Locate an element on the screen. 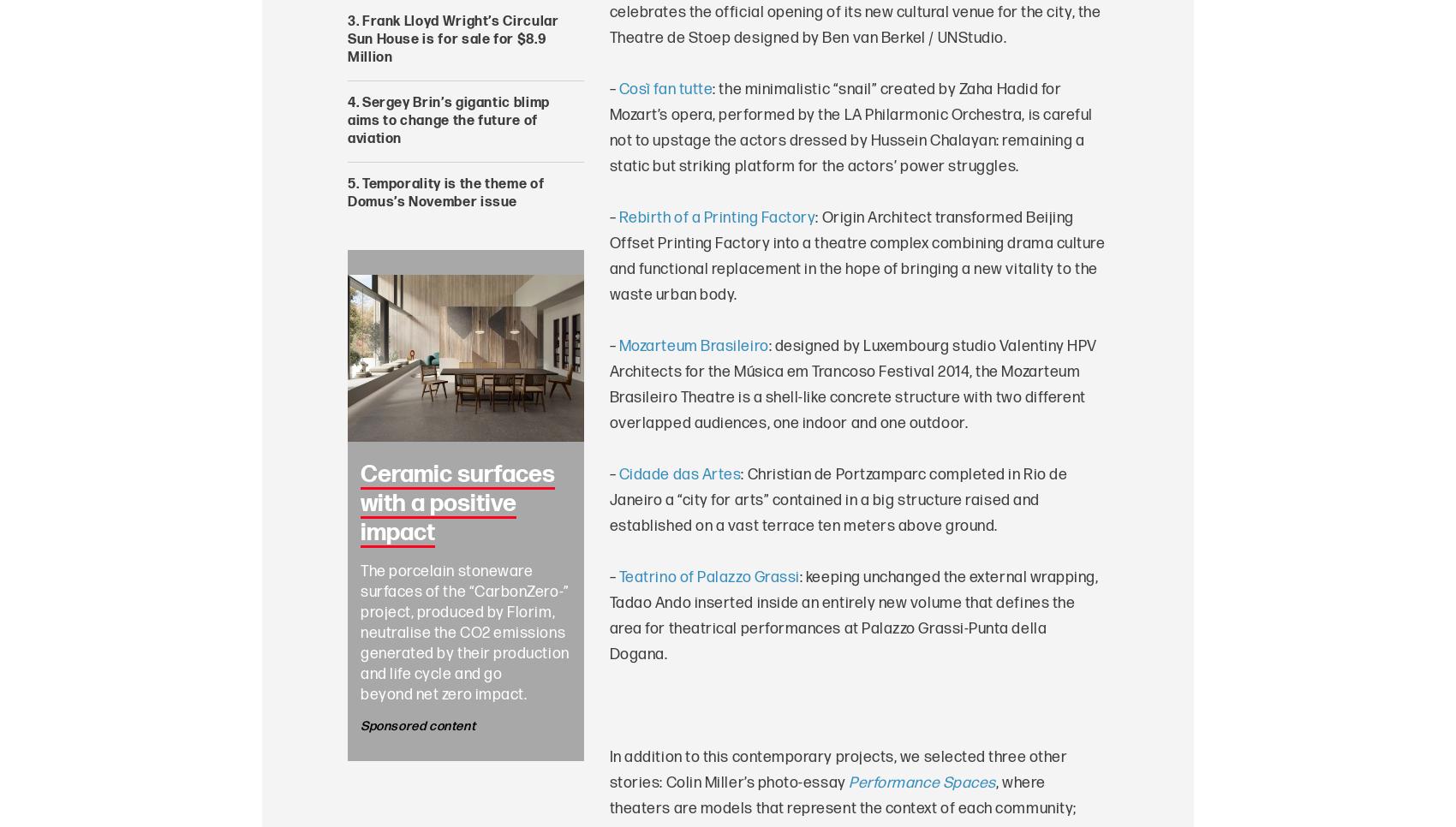  'Temporality is the theme of Domus’s November issue' is located at coordinates (445, 191).